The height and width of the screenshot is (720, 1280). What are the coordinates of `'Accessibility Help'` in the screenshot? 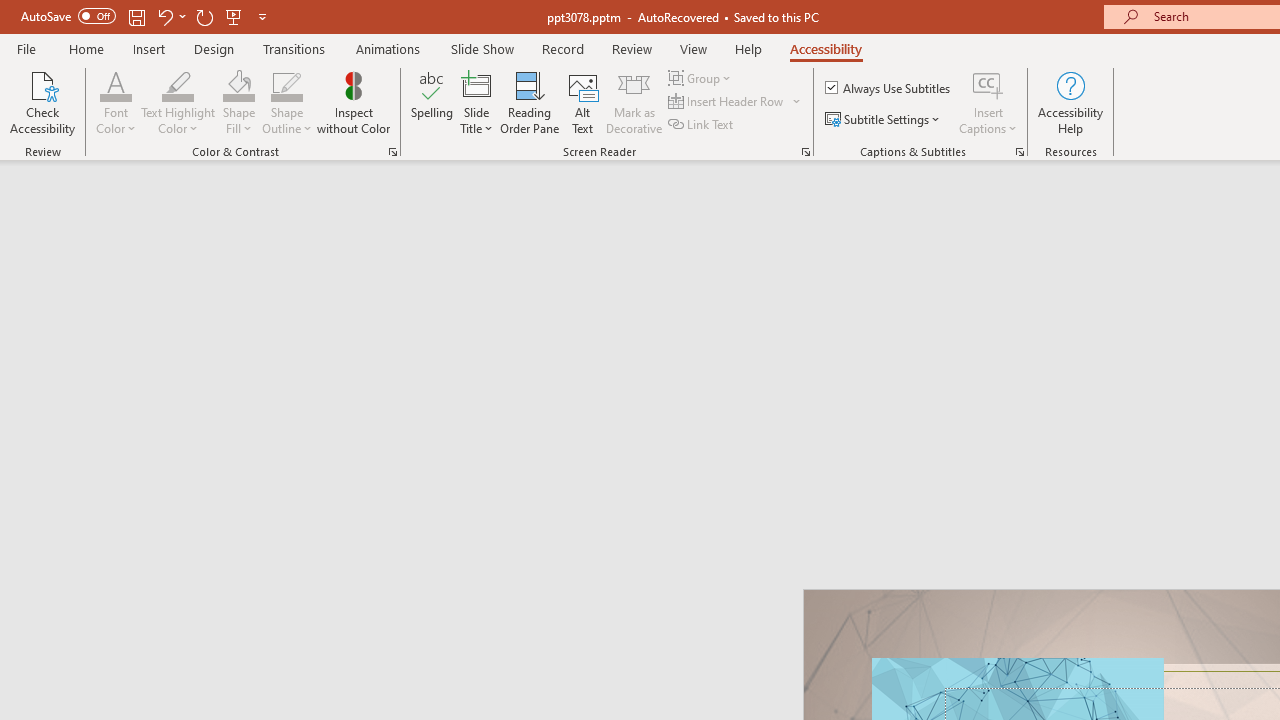 It's located at (1069, 103).